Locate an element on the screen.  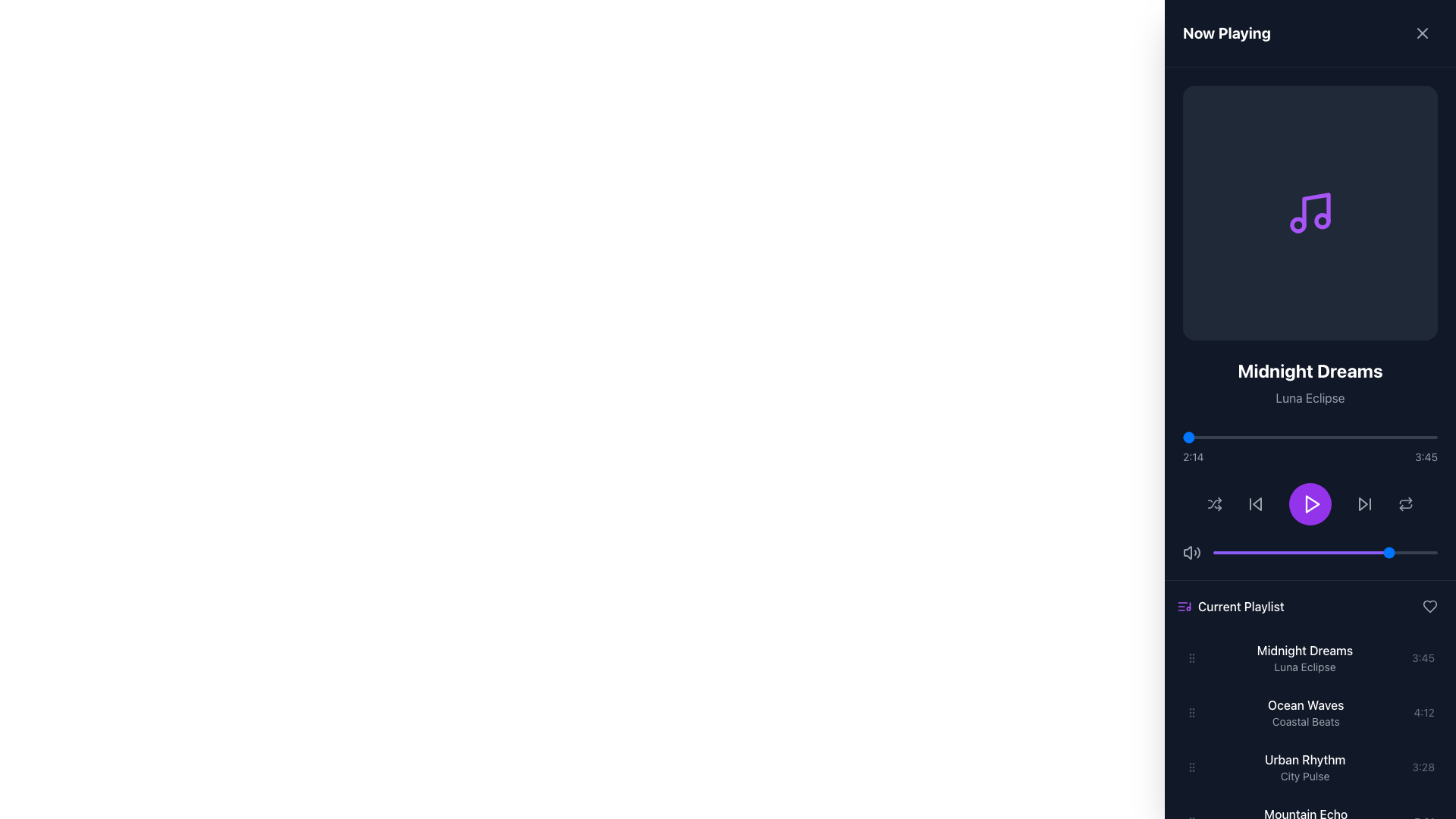
the playback progress is located at coordinates (1200, 438).